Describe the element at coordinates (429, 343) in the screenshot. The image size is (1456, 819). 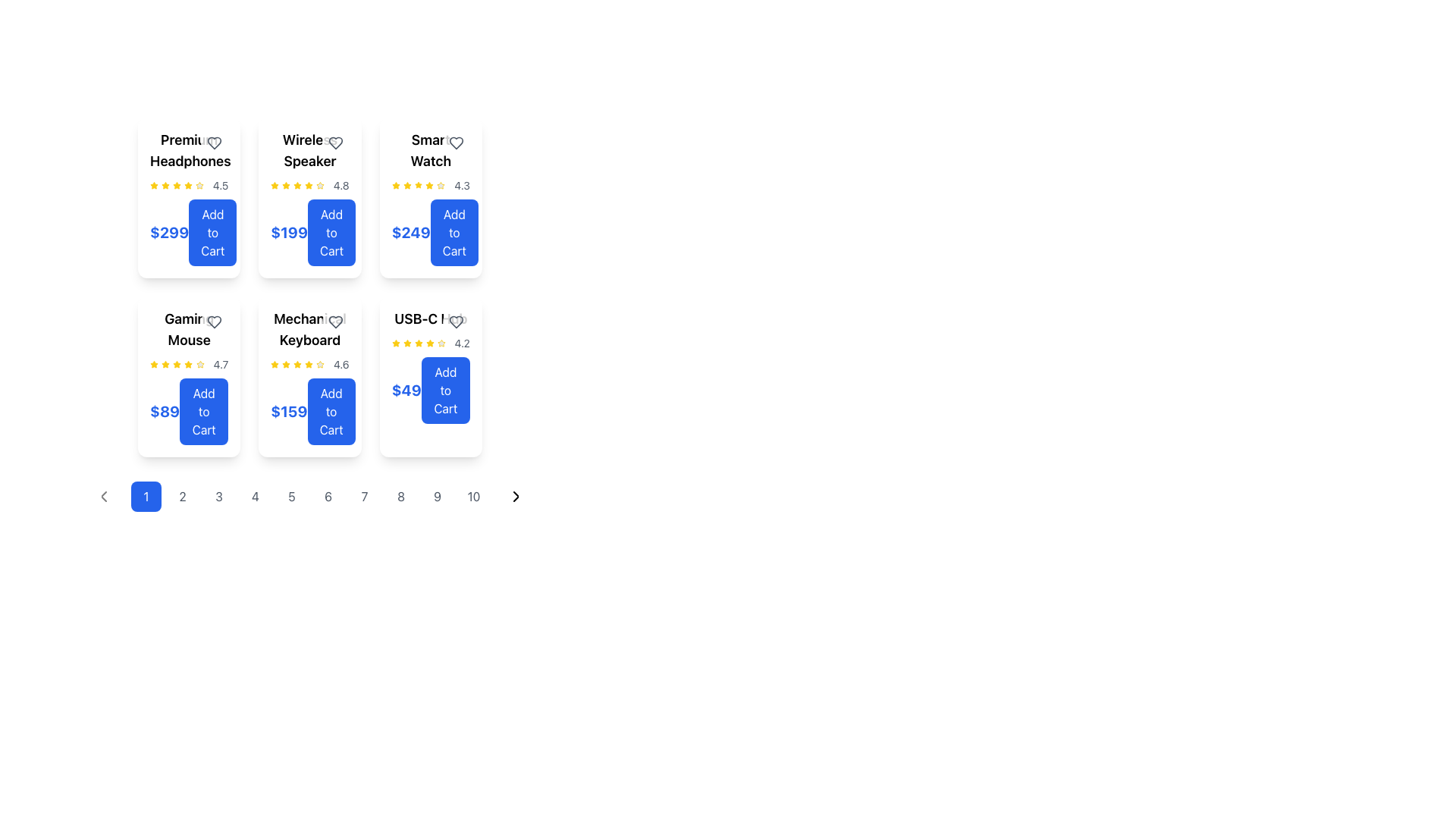
I see `the sixth yellow star icon in the rating display for the 'USB-C Hub' product card, located in the second row and third column` at that location.